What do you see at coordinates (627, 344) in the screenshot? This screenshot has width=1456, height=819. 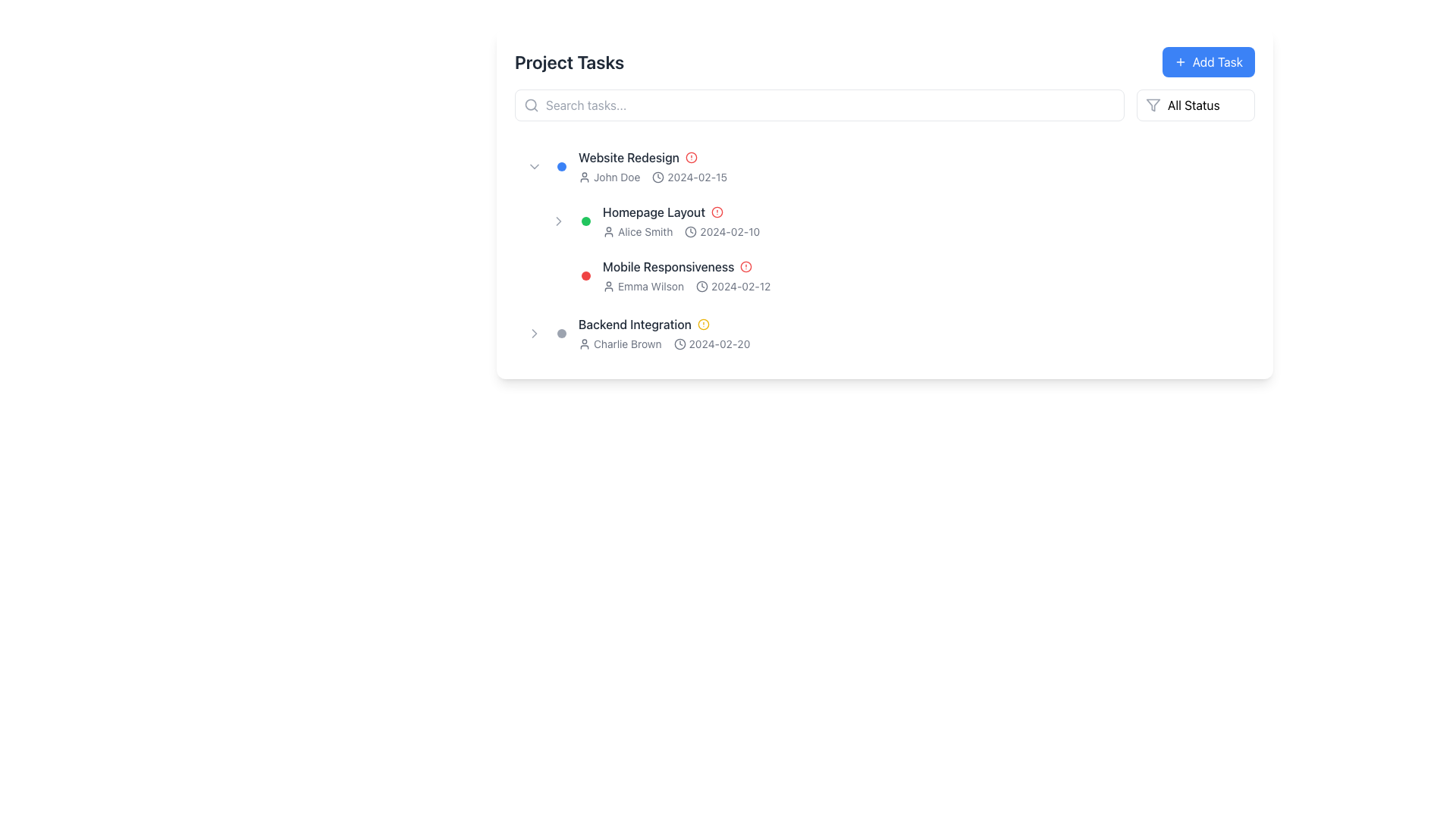 I see `the text label displaying the name of the individual assigned to the task 'Backend Integration', located in the list under 'Project Tasks', to the right of the user icon` at bounding box center [627, 344].